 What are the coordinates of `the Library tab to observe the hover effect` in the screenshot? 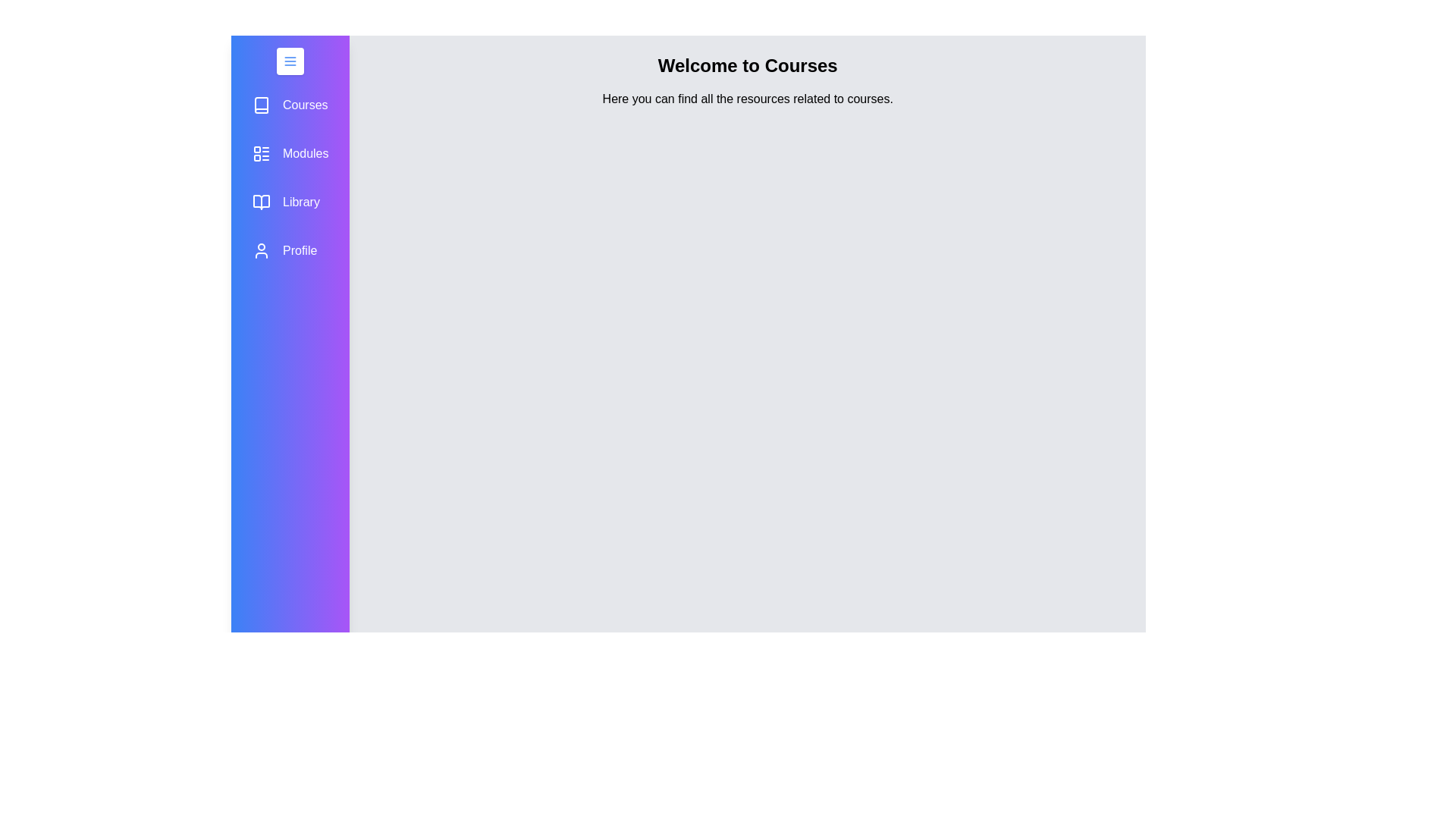 It's located at (290, 201).